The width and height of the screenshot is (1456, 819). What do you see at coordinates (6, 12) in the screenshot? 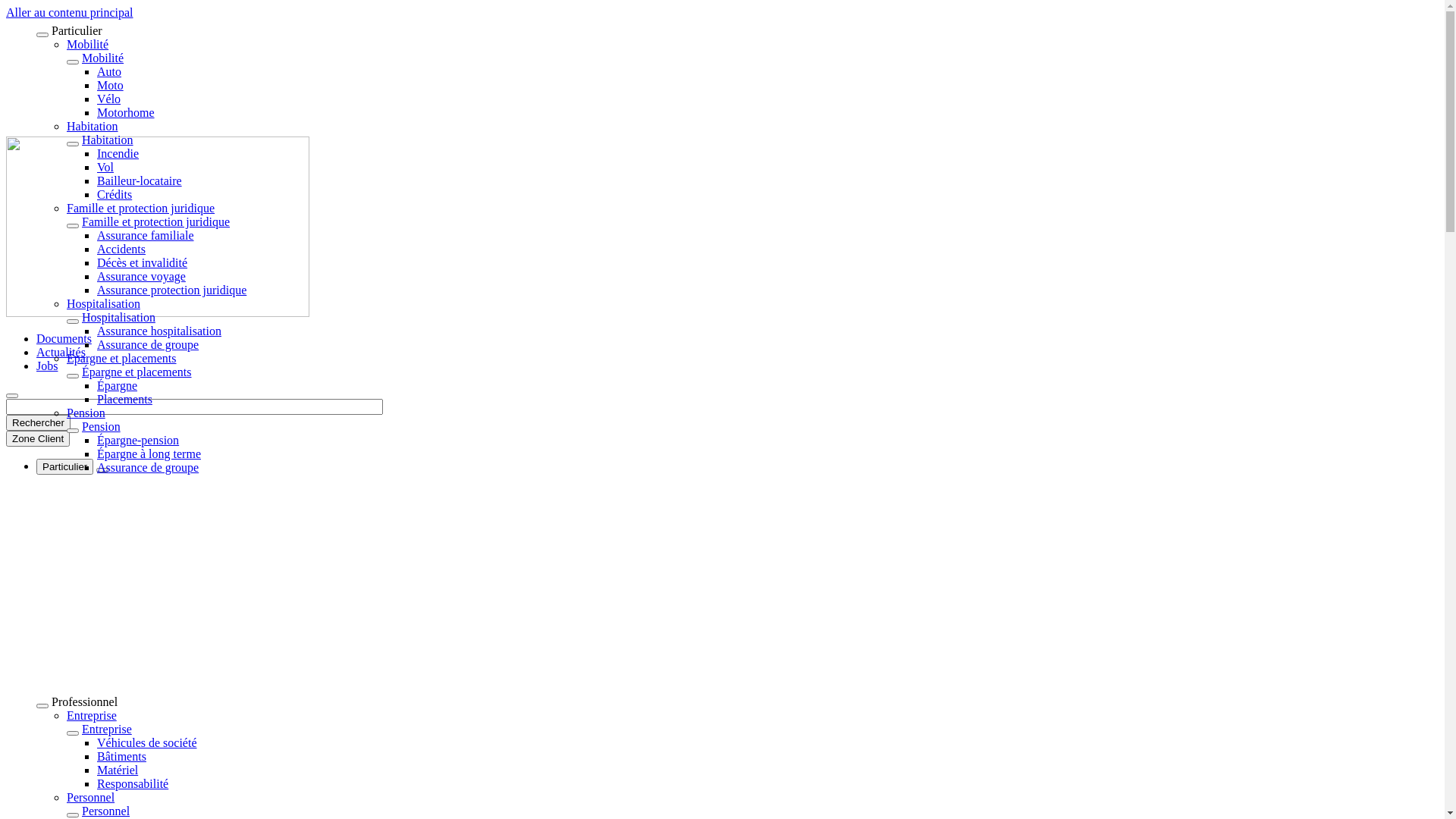
I see `'Aller au contenu principal'` at bounding box center [6, 12].